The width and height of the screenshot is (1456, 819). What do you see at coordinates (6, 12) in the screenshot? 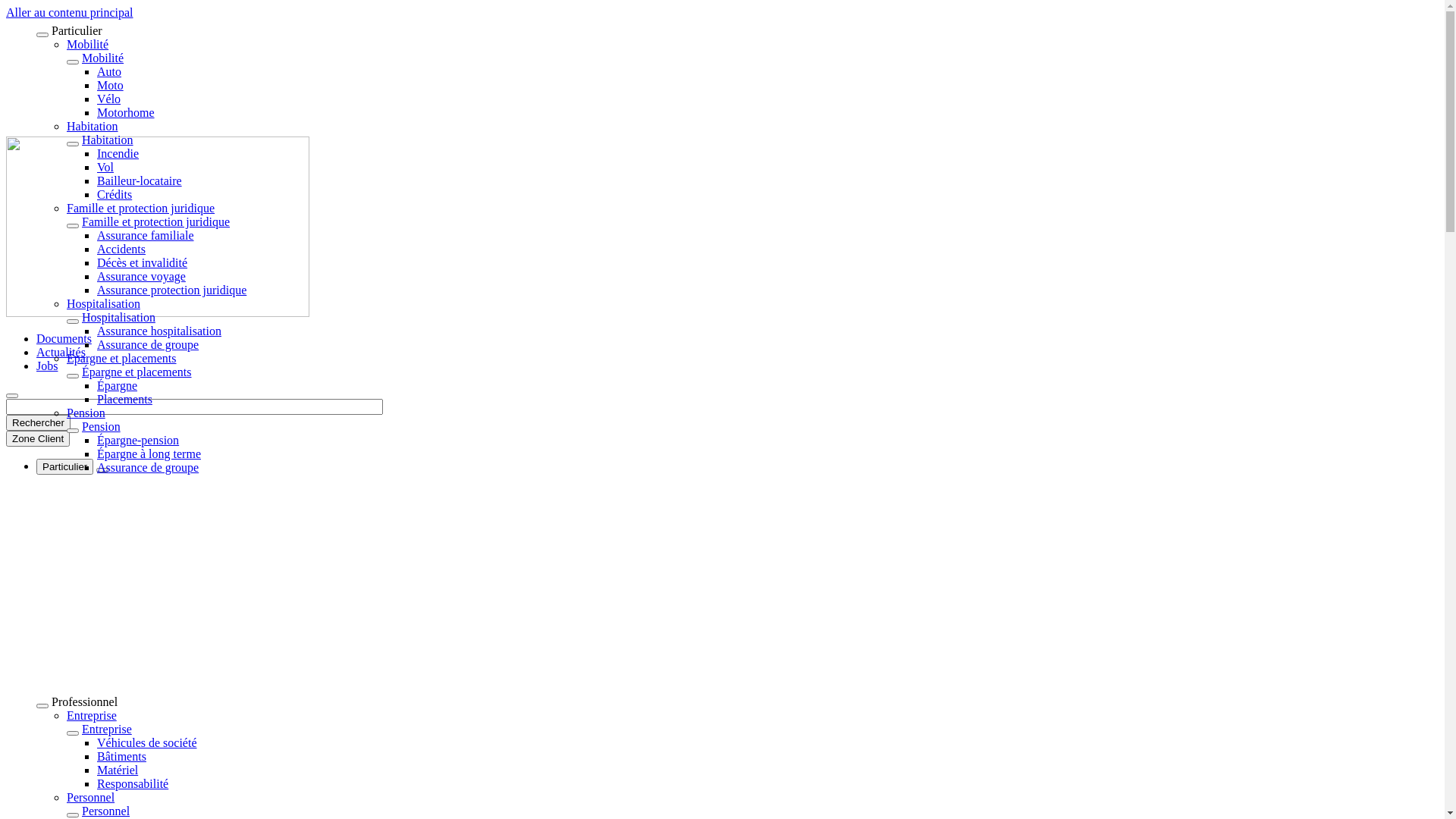
I see `'Aller au contenu principal'` at bounding box center [6, 12].